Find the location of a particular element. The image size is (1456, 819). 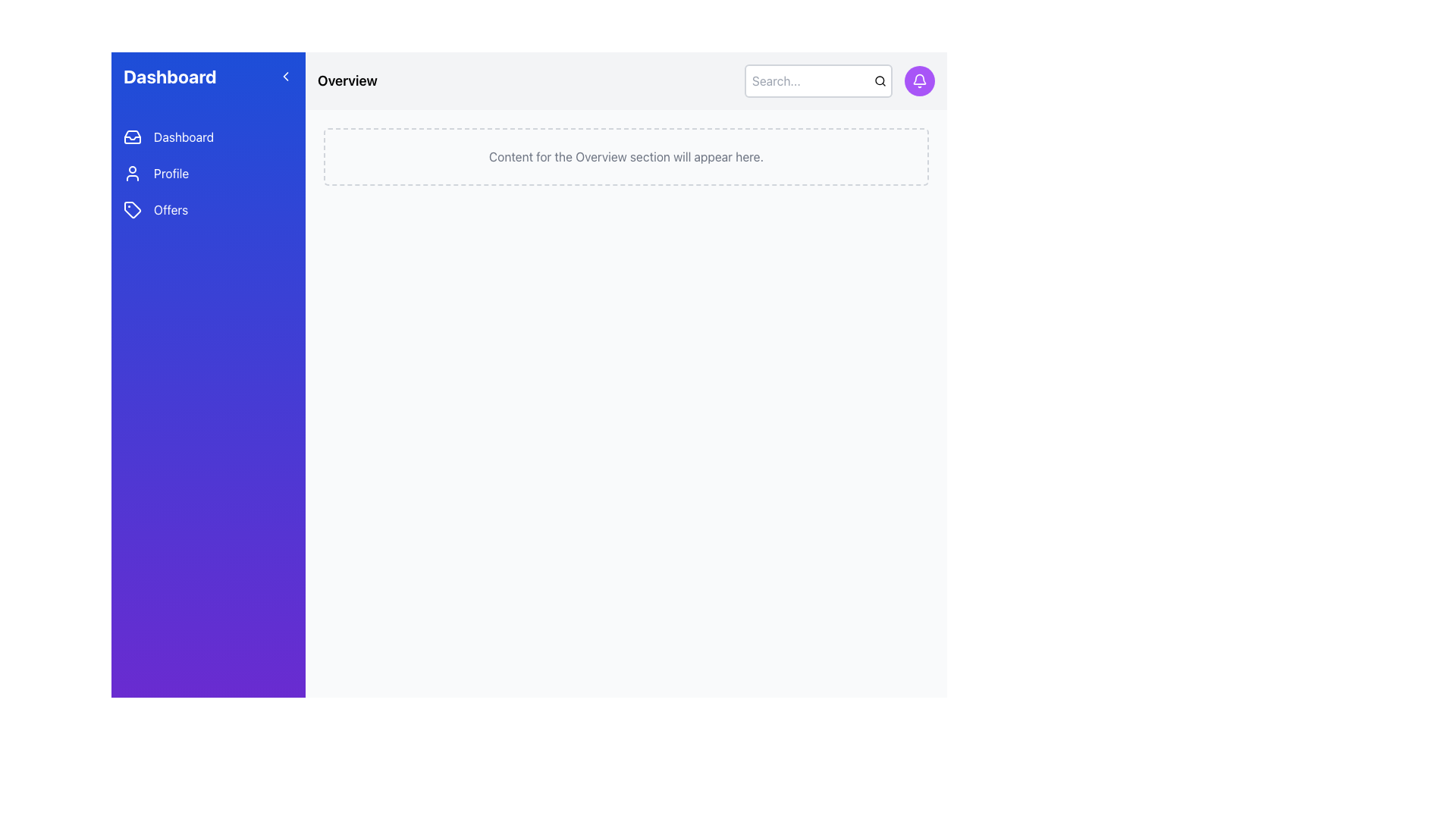

the uniquely-shaped icon resembling a tag or label located in the vertical menu on the left-hand side is located at coordinates (132, 210).